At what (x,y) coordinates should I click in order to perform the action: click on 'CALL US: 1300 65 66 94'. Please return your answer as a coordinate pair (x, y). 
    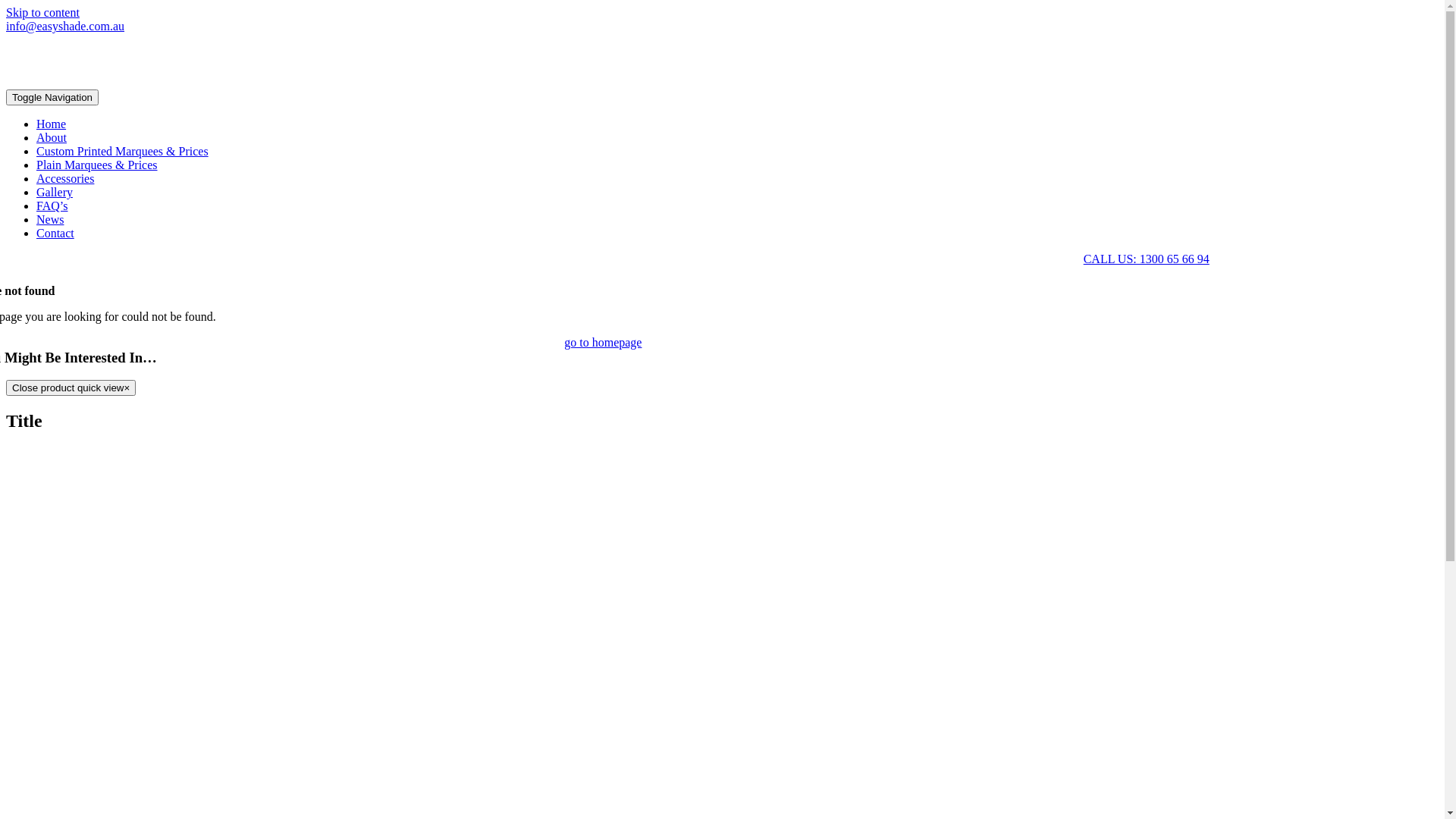
    Looking at the image, I should click on (1147, 258).